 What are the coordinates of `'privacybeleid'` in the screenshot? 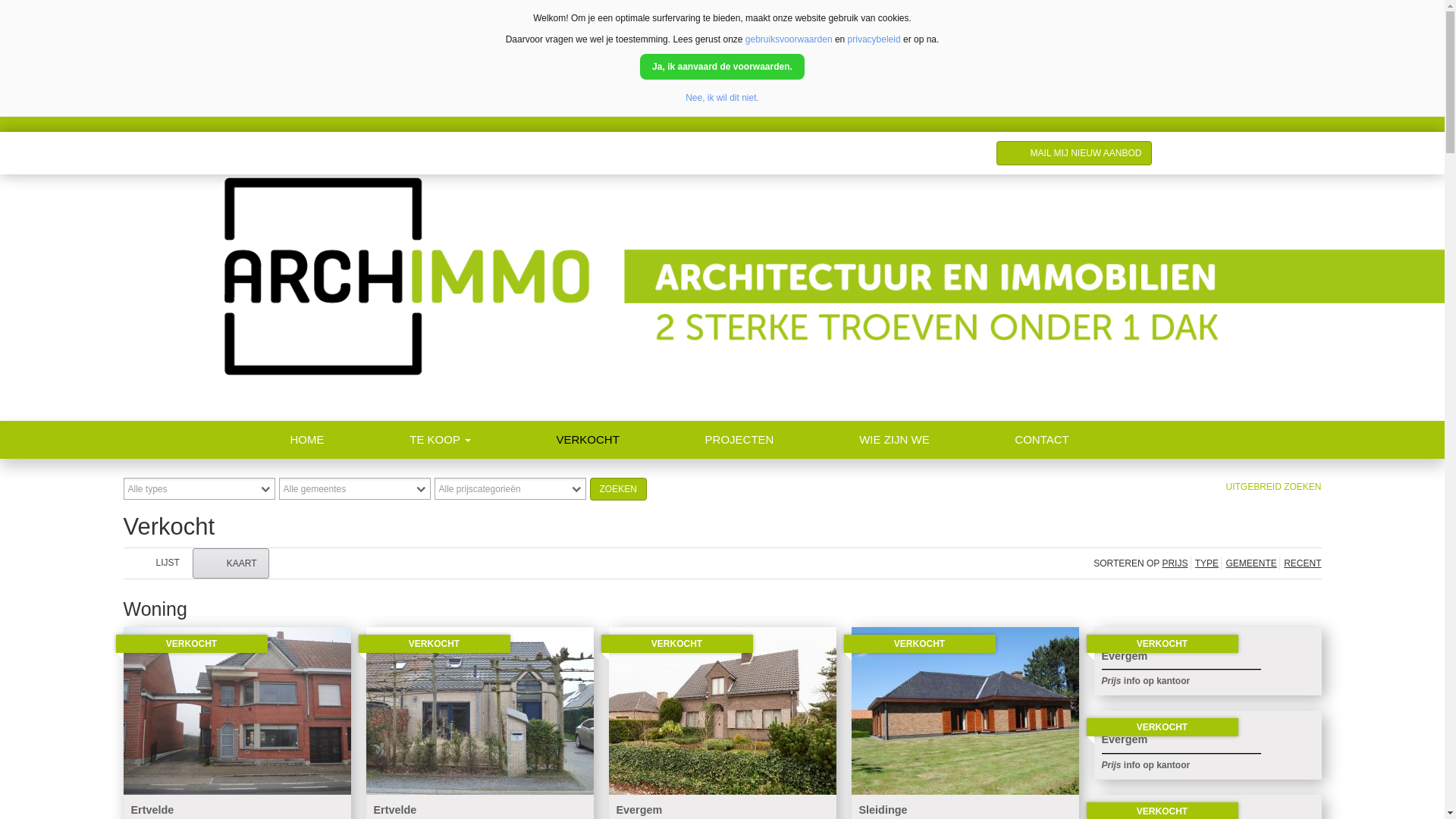 It's located at (874, 38).